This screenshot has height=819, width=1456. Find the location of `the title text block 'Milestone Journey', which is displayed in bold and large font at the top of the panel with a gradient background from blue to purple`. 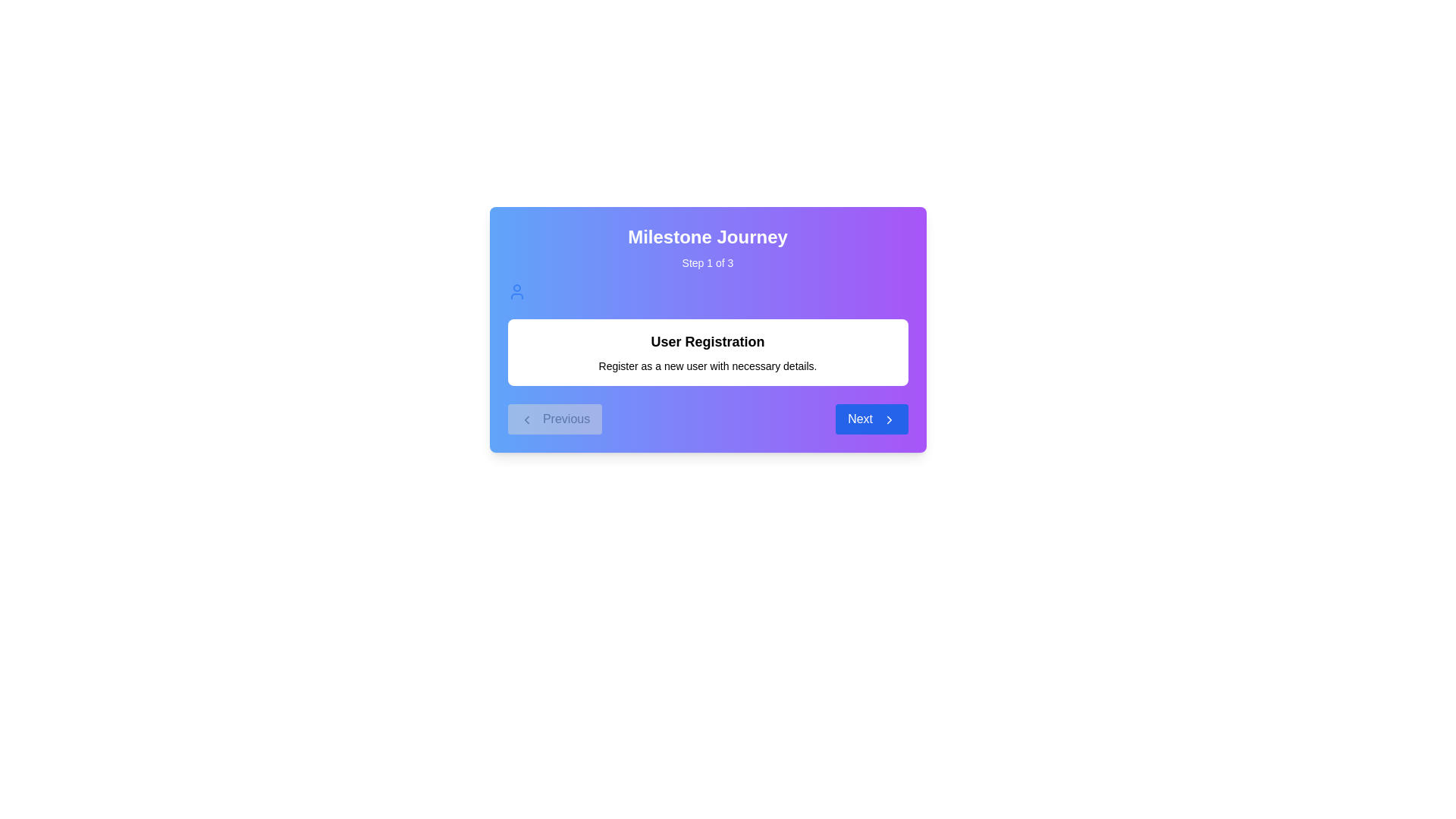

the title text block 'Milestone Journey', which is displayed in bold and large font at the top of the panel with a gradient background from blue to purple is located at coordinates (707, 237).